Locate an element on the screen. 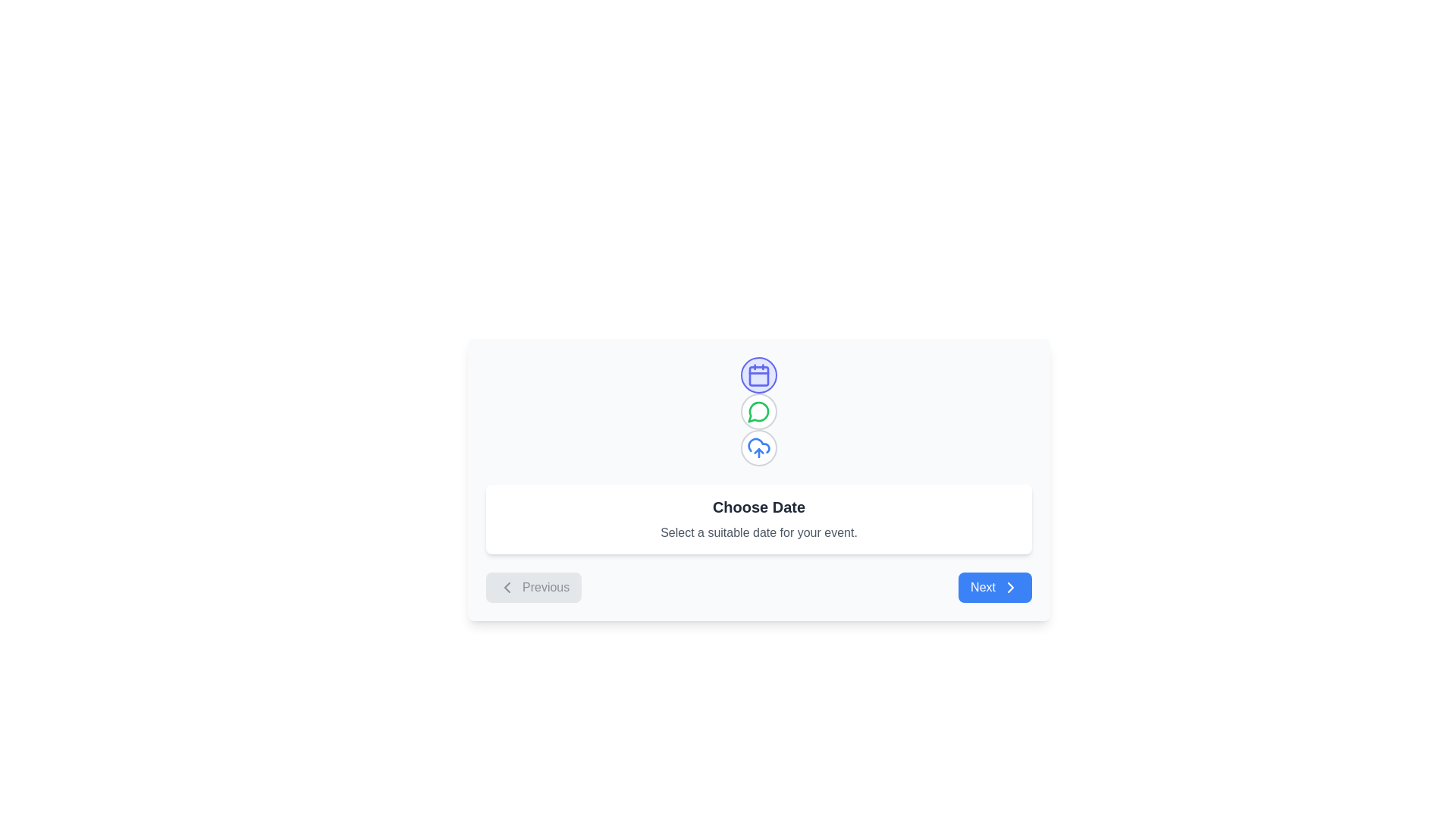 The width and height of the screenshot is (1456, 819). the 'Next' button located at the bottom-right of the user interface, which contains a chevron arrow SVG icon for forward navigation is located at coordinates (1011, 587).